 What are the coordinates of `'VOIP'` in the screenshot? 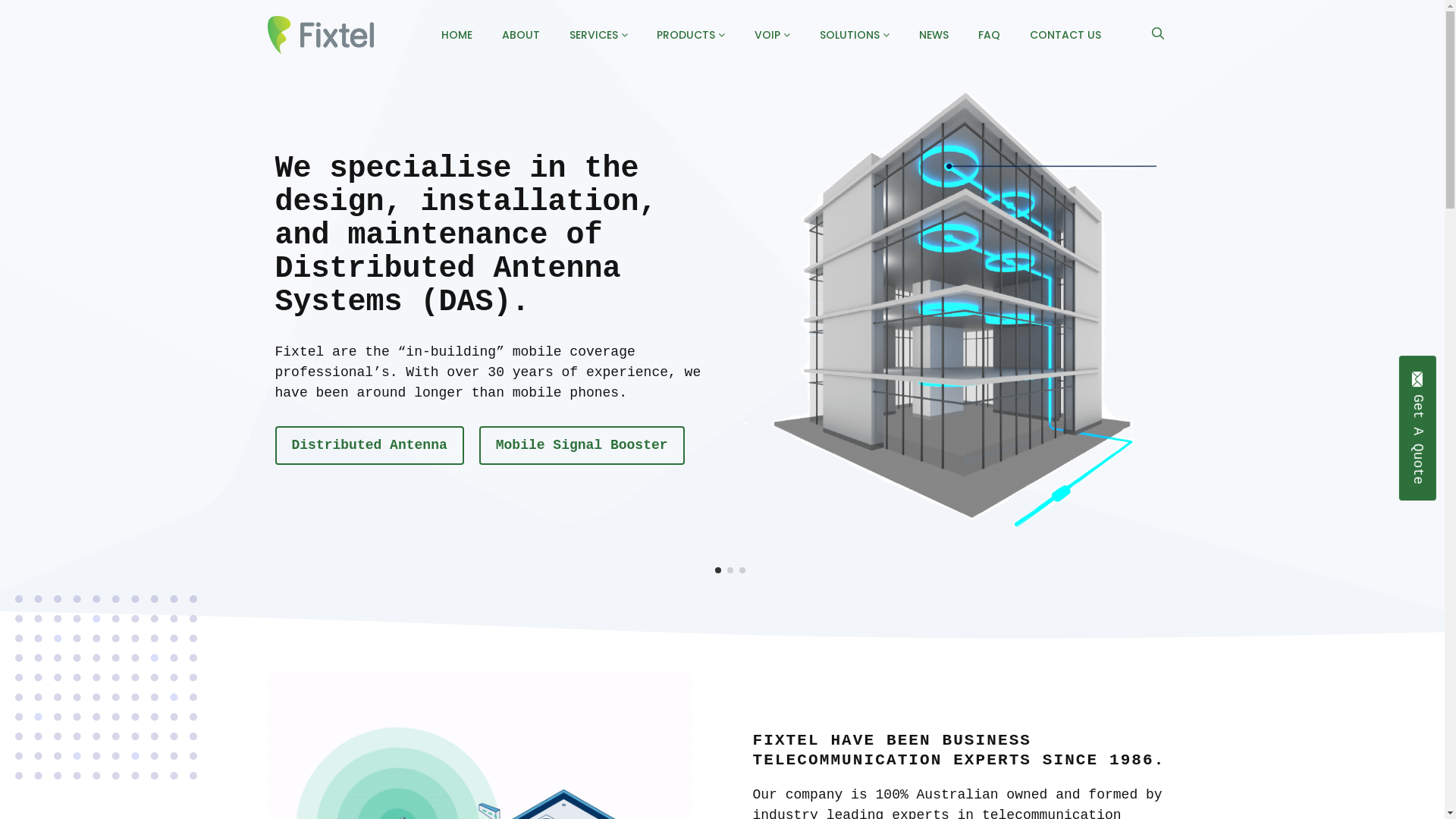 It's located at (772, 34).